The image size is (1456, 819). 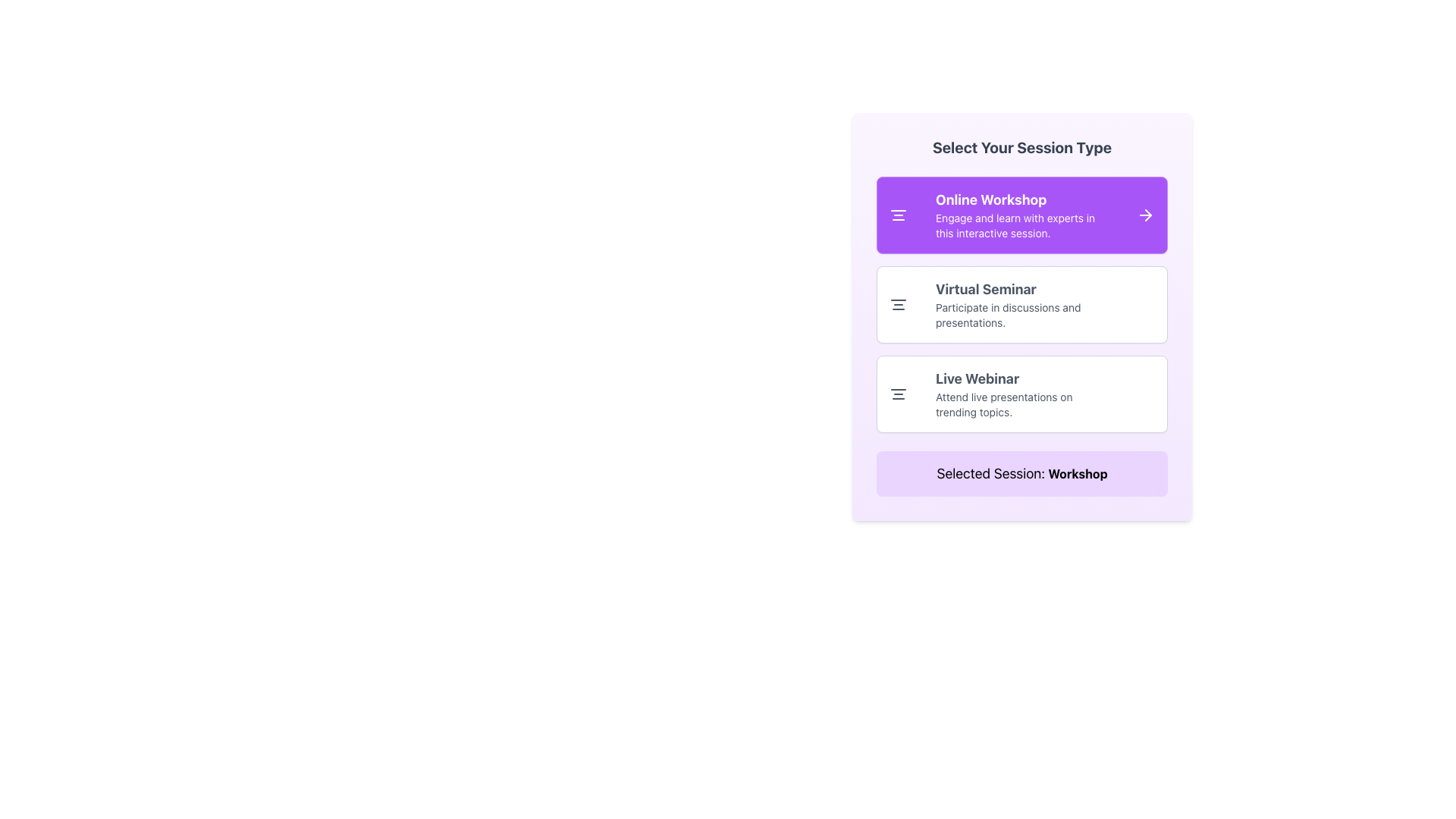 I want to click on the 'Online Workshop' text block, so click(x=1022, y=215).